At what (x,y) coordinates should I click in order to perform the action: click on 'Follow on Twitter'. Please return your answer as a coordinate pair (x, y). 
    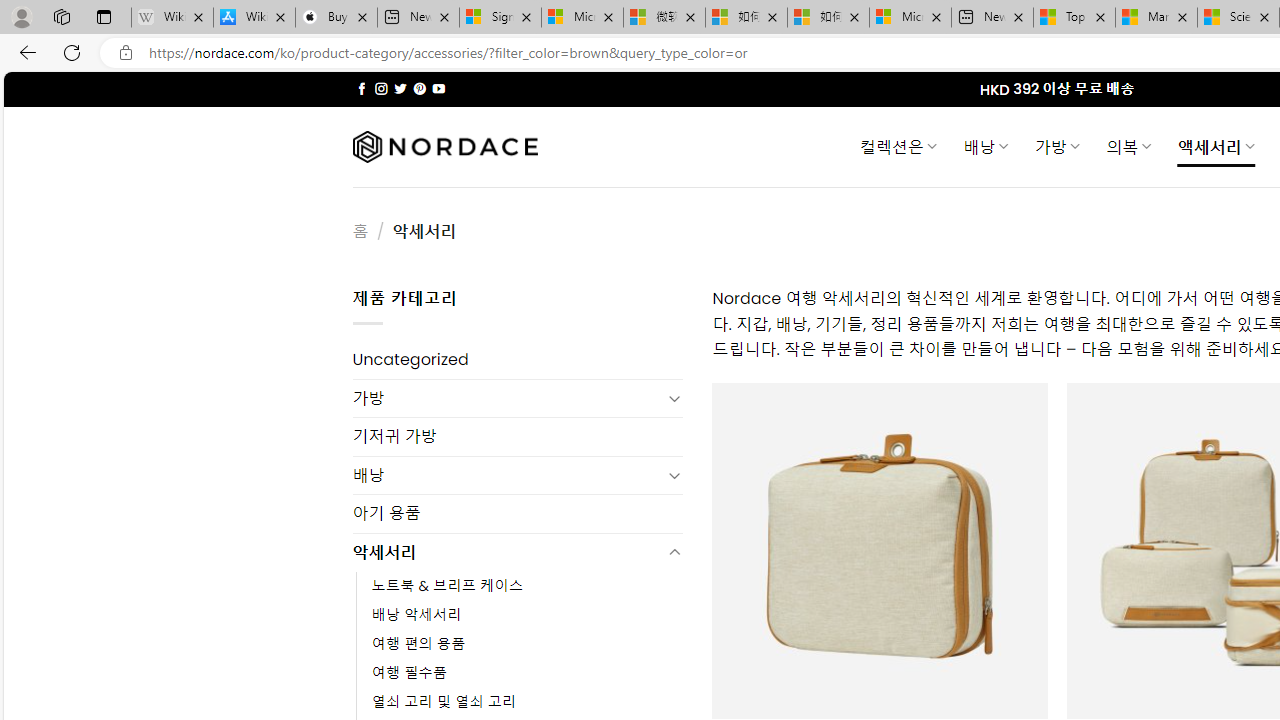
    Looking at the image, I should click on (400, 88).